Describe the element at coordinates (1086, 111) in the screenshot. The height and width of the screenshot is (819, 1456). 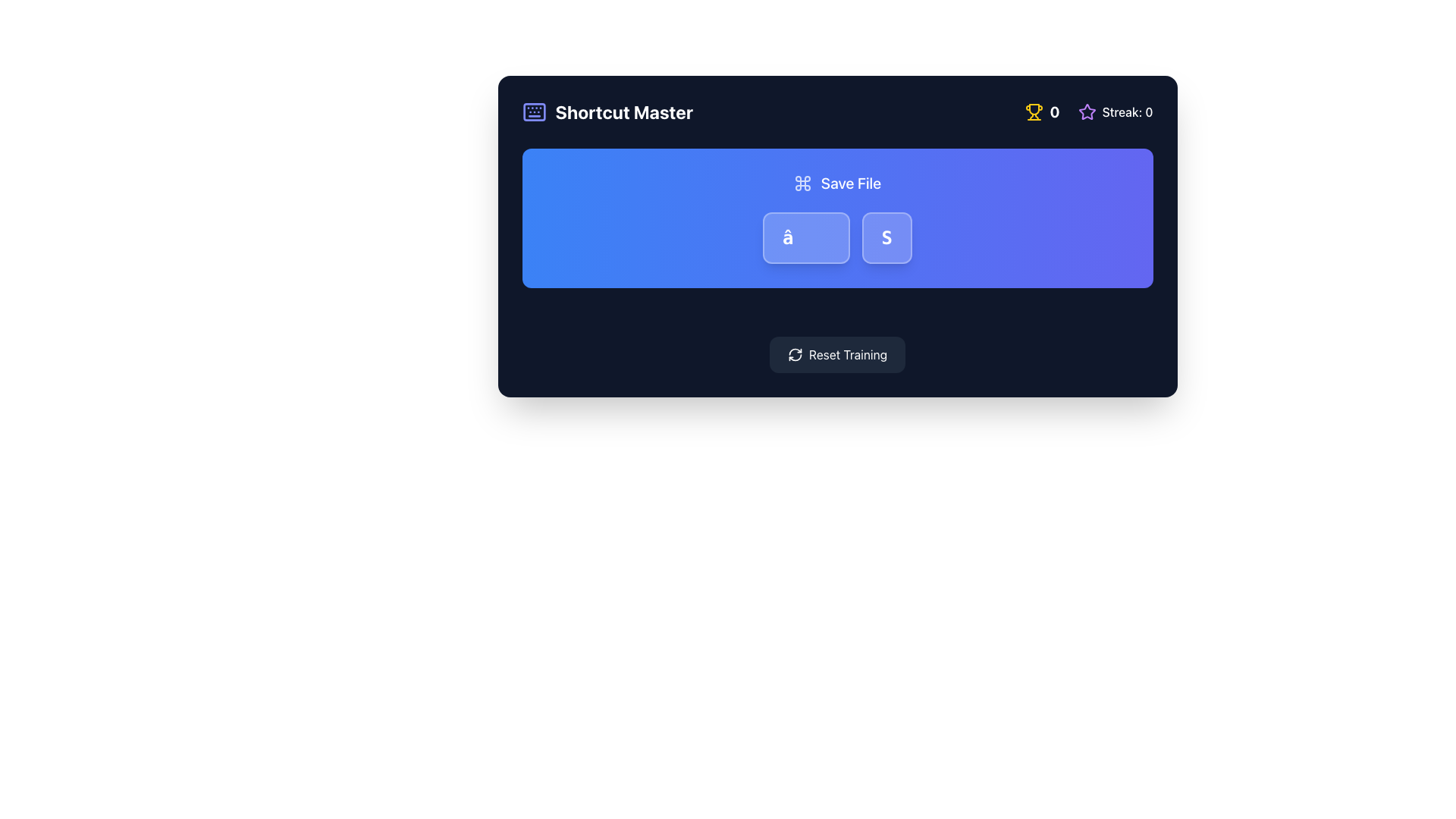
I see `the star icon with a purple outline located in the top-right corner of the interface, to the left of the text 'Streak: 0'` at that location.